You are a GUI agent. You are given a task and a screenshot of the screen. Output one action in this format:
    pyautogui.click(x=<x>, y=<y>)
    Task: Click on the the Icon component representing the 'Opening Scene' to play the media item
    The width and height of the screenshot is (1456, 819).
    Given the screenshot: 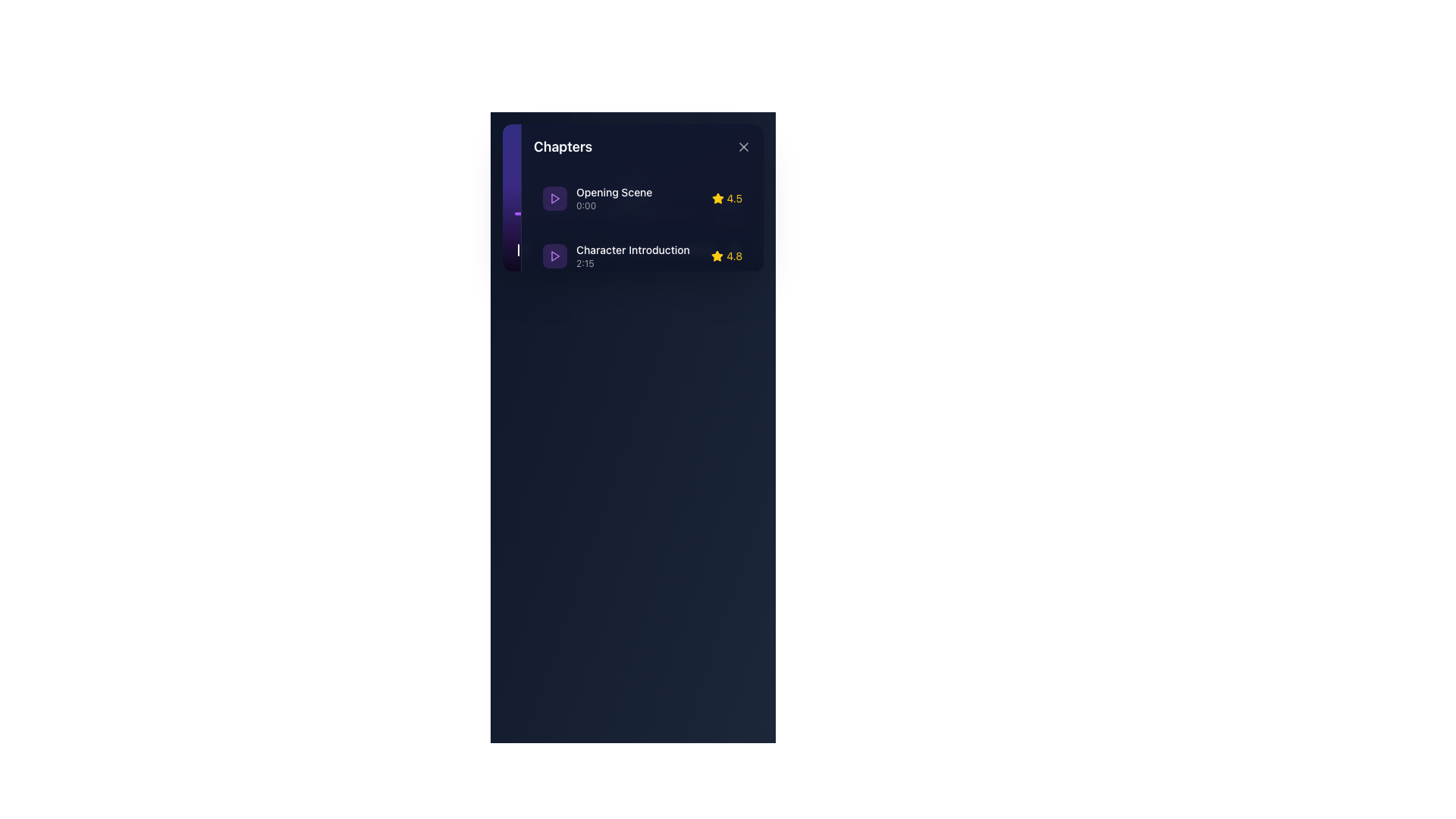 What is the action you would take?
    pyautogui.click(x=554, y=198)
    